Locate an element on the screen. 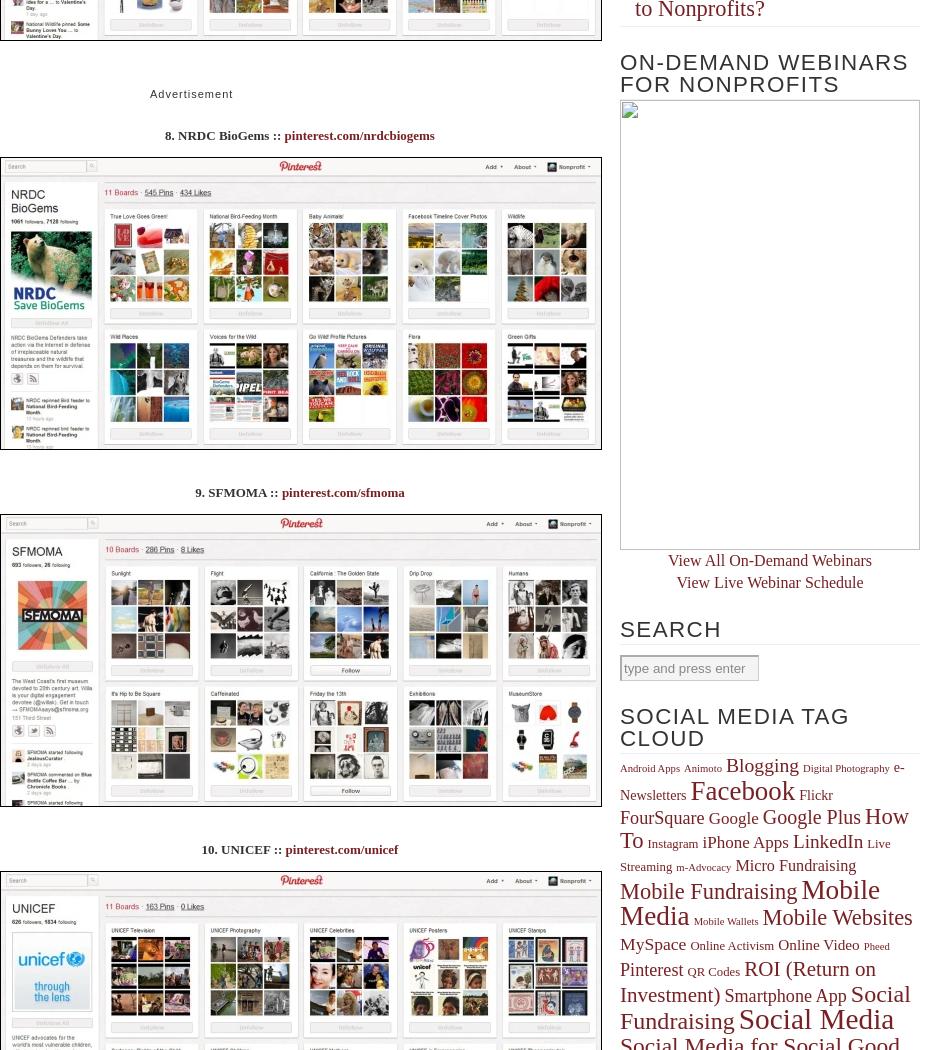  'Online Activism' is located at coordinates (732, 945).